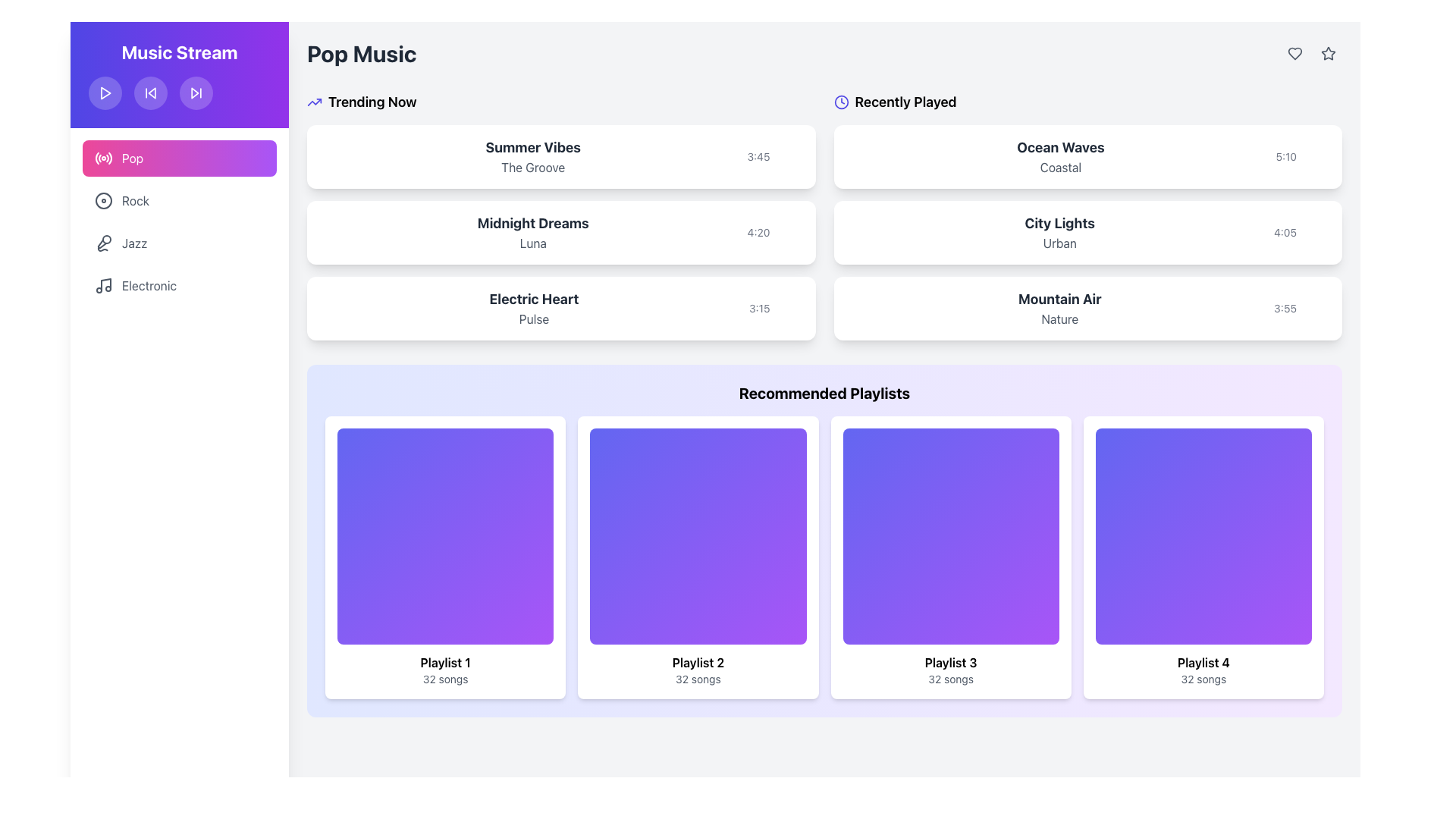 This screenshot has height=819, width=1456. What do you see at coordinates (1087, 216) in the screenshot?
I see `the list item titled 'City Lights' in the 'Recently Played' section` at bounding box center [1087, 216].